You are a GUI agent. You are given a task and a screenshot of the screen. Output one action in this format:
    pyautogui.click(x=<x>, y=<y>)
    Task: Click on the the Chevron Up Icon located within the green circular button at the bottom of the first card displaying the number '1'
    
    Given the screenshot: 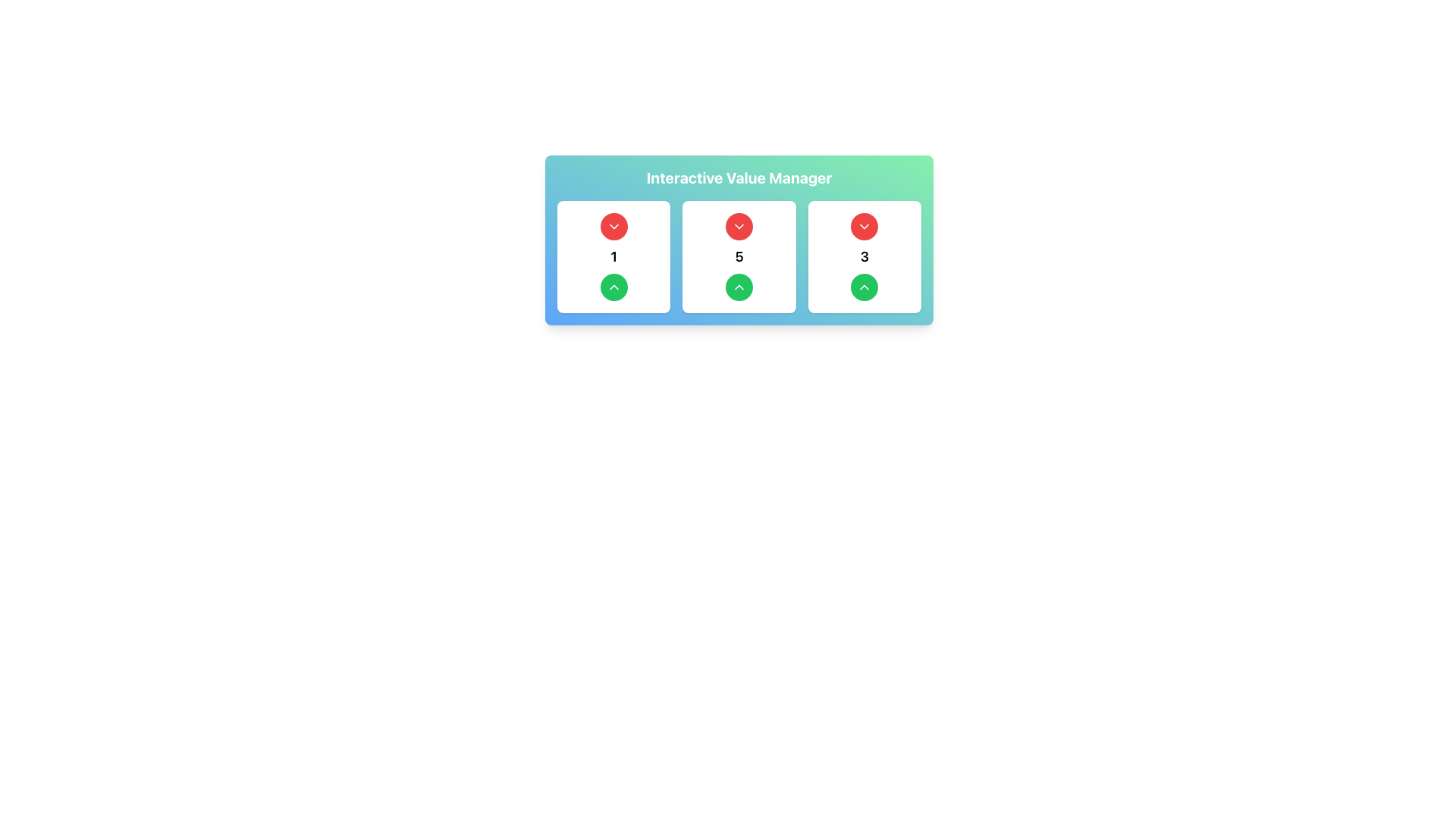 What is the action you would take?
    pyautogui.click(x=613, y=287)
    